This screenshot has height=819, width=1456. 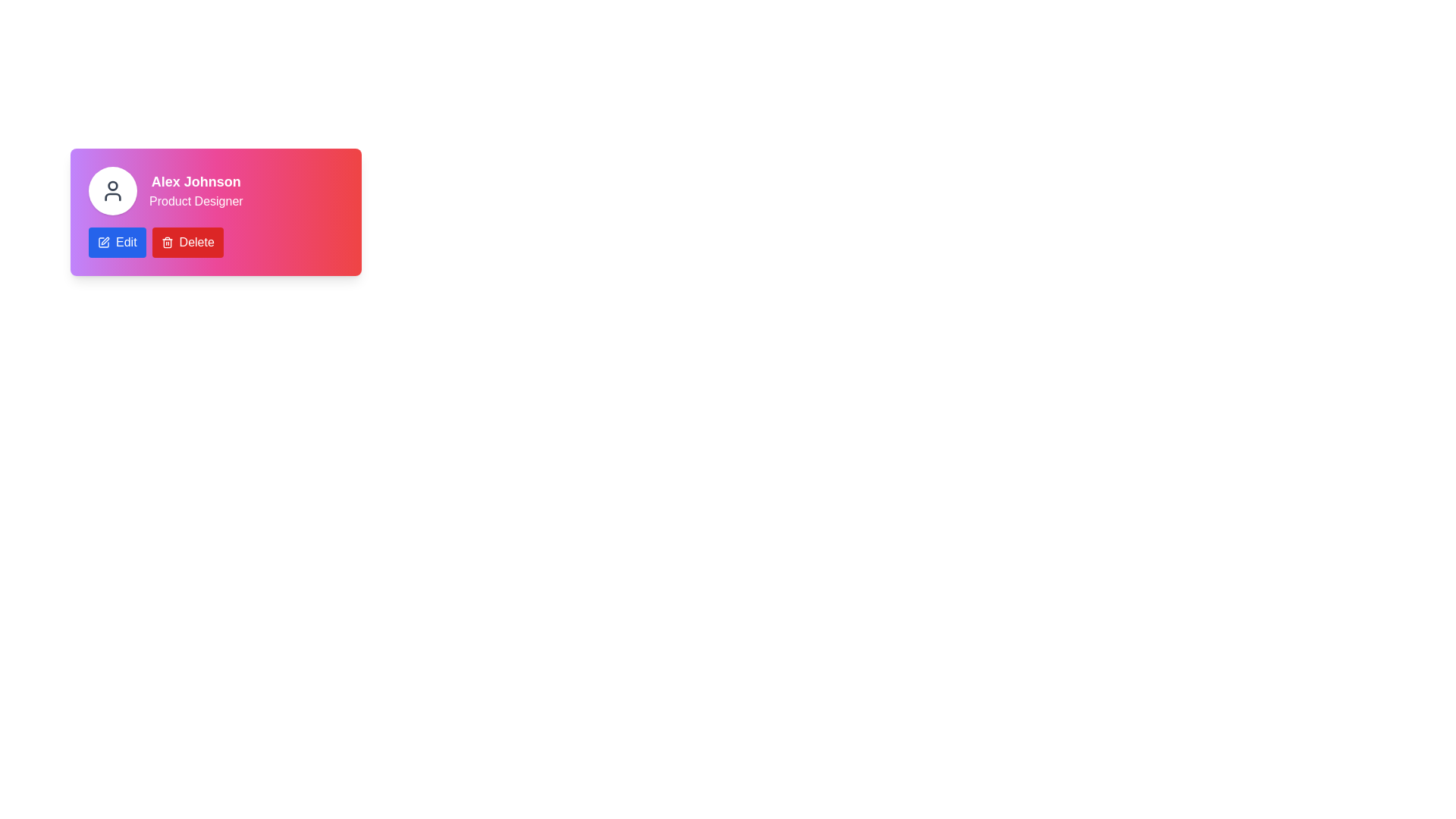 What do you see at coordinates (126, 242) in the screenshot?
I see `the 'Edit' button located on the blue button adjacent to the left side of the red 'Delete' button at the bottom-left of the user profile card` at bounding box center [126, 242].